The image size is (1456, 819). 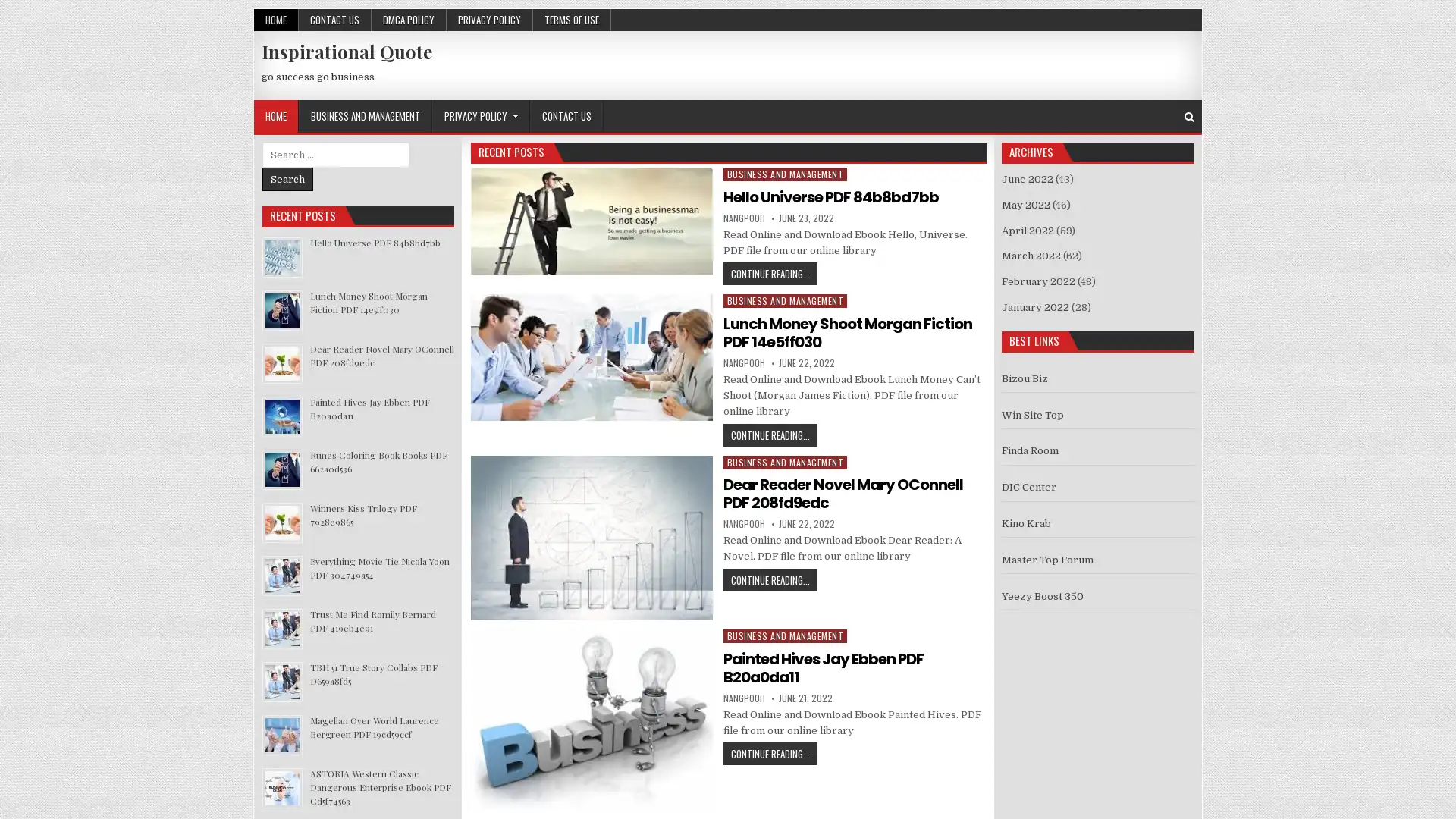 I want to click on Search, so click(x=287, y=178).